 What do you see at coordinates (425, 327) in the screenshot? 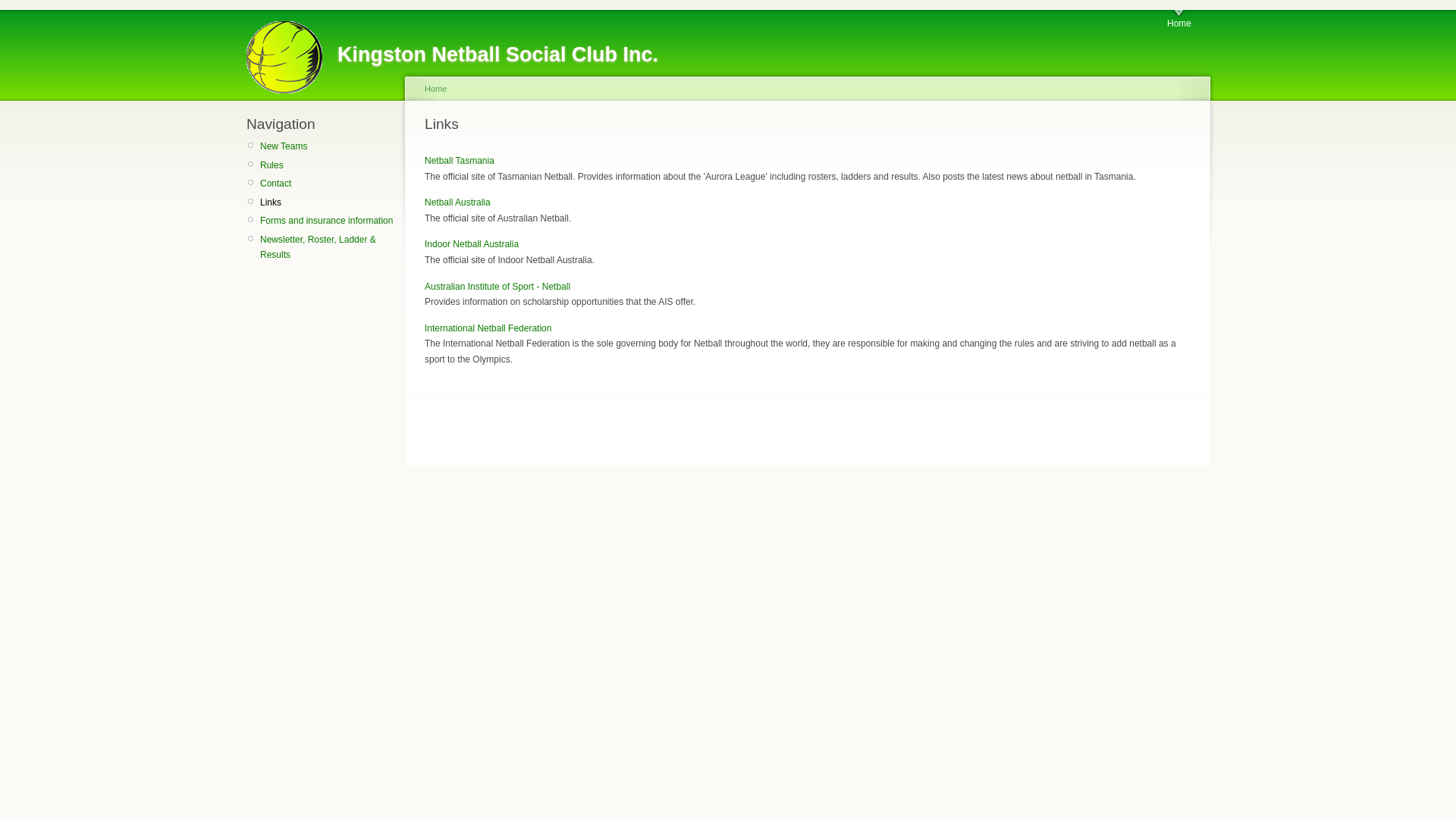
I see `'International Netball Federation'` at bounding box center [425, 327].